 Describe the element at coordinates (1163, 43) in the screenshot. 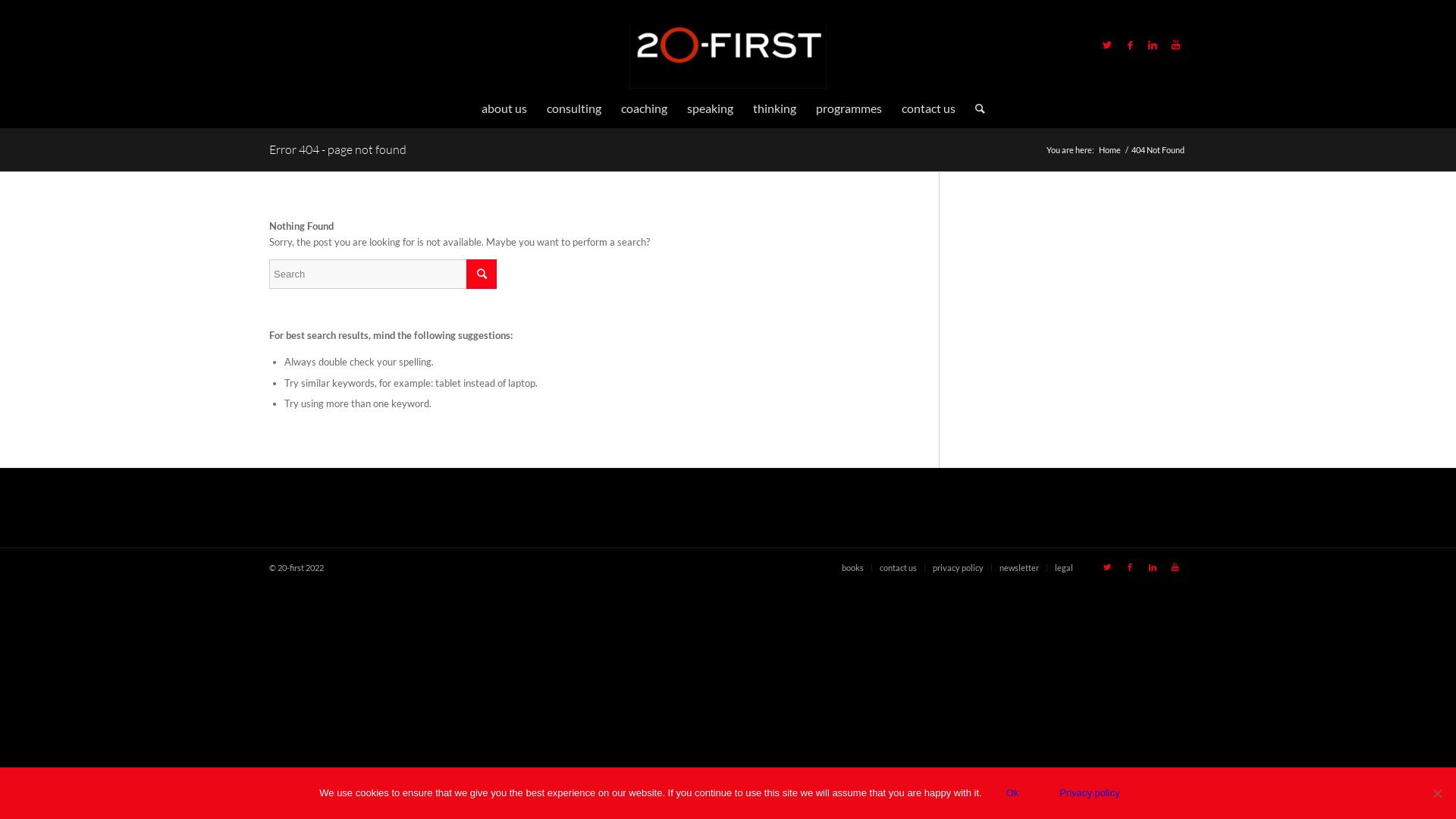

I see `'Youtube'` at that location.